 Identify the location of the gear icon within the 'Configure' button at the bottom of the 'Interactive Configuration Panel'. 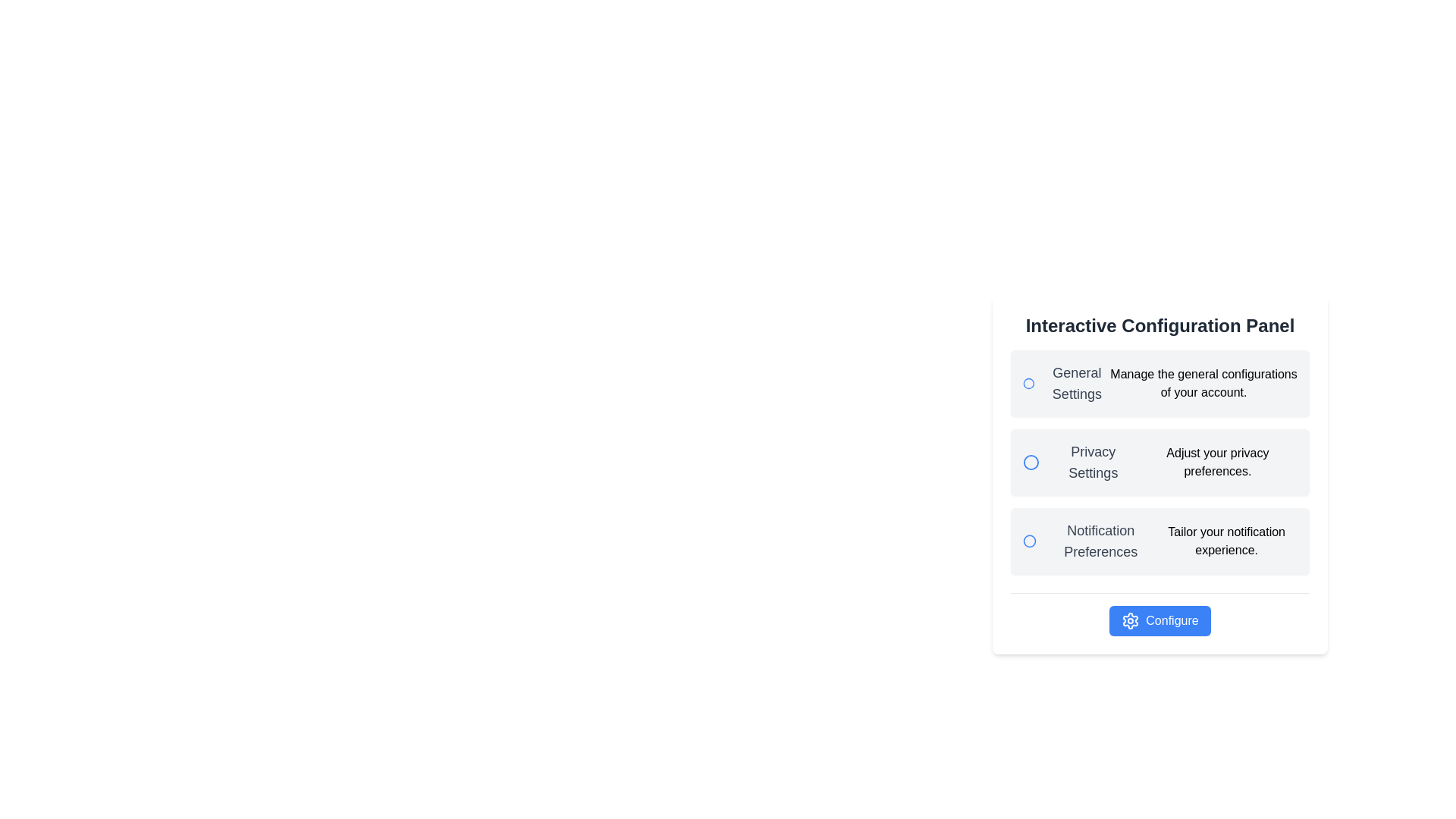
(1131, 620).